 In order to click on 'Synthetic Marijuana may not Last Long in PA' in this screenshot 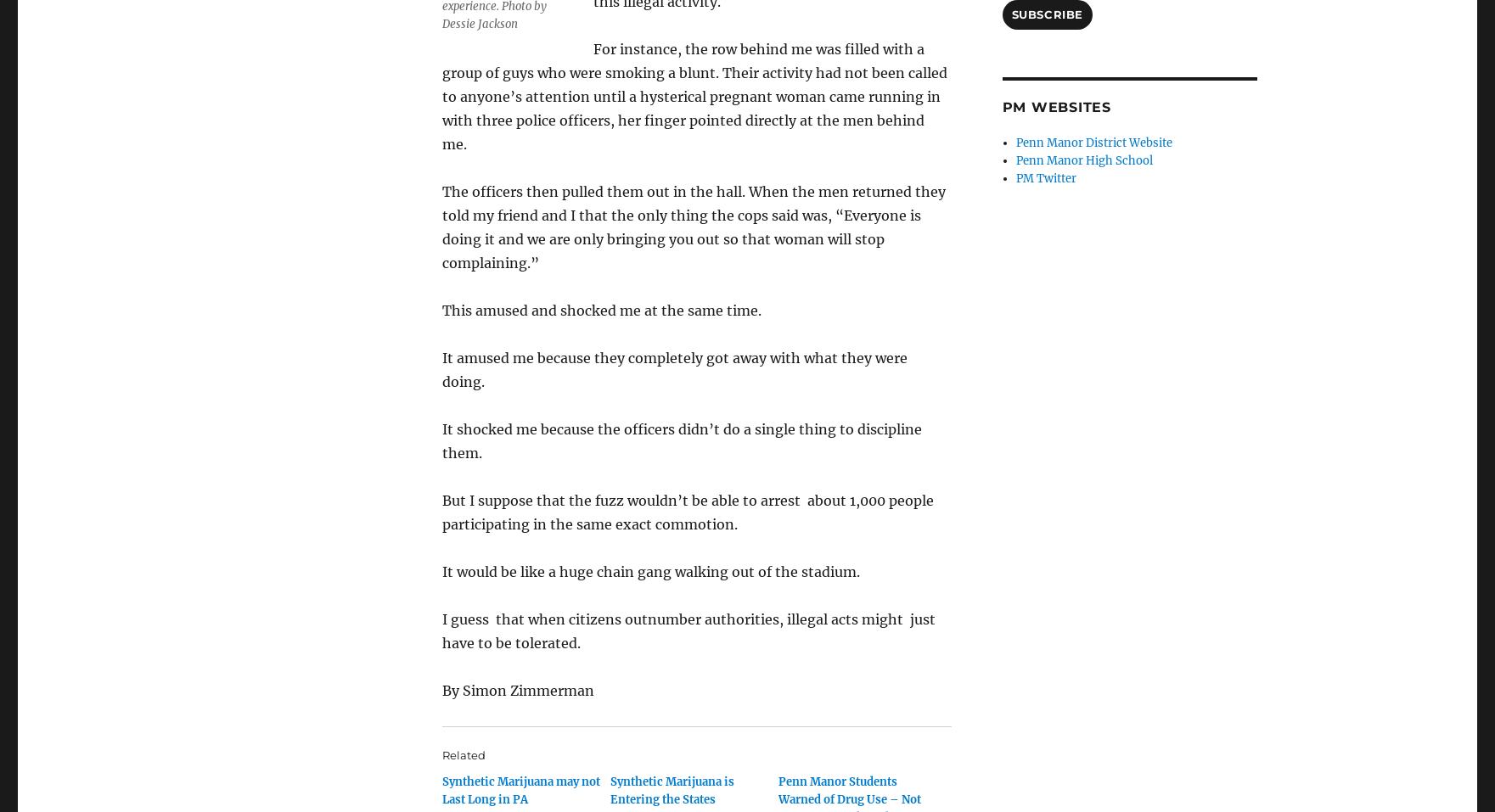, I will do `click(520, 791)`.